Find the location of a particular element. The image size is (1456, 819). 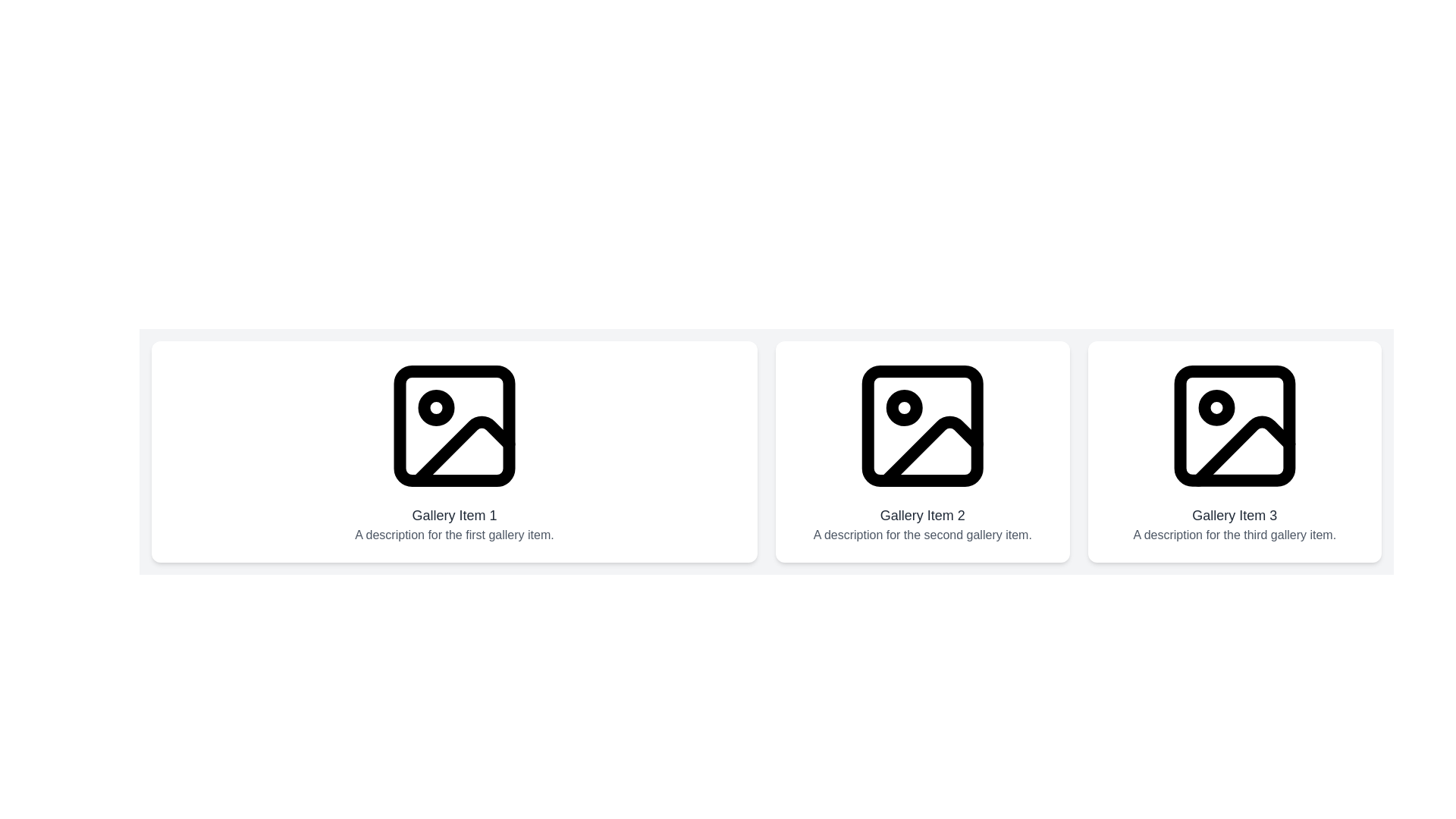

the black outlined icon resembling a stylized image representation with a circular indicator and a diagonal line, located in the center of the 'Gallery Item 2' section is located at coordinates (921, 426).